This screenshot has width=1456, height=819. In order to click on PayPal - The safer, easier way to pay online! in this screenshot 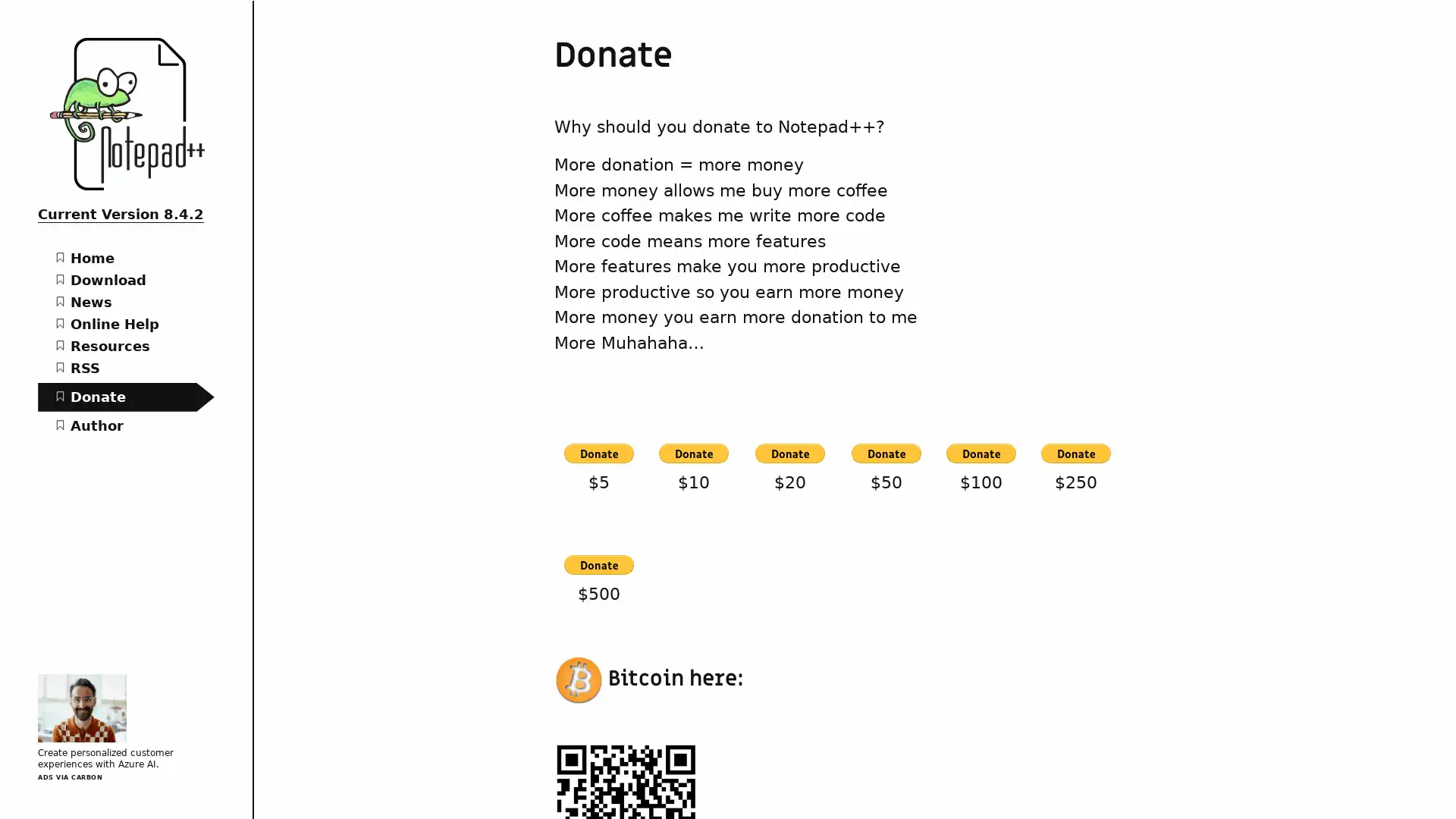, I will do `click(598, 564)`.